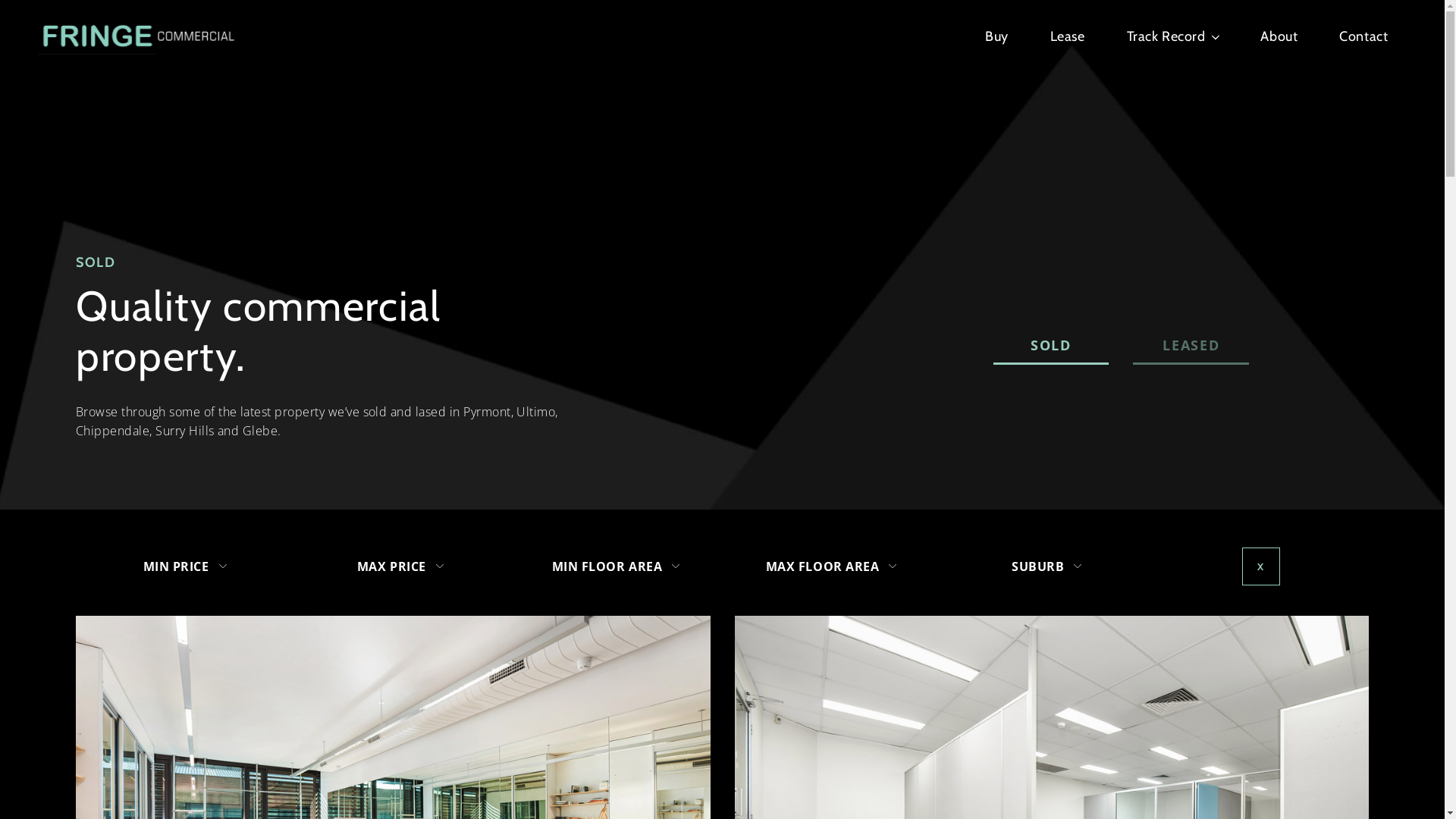 This screenshot has width=1456, height=819. Describe the element at coordinates (1050, 346) in the screenshot. I see `'SOLD'` at that location.